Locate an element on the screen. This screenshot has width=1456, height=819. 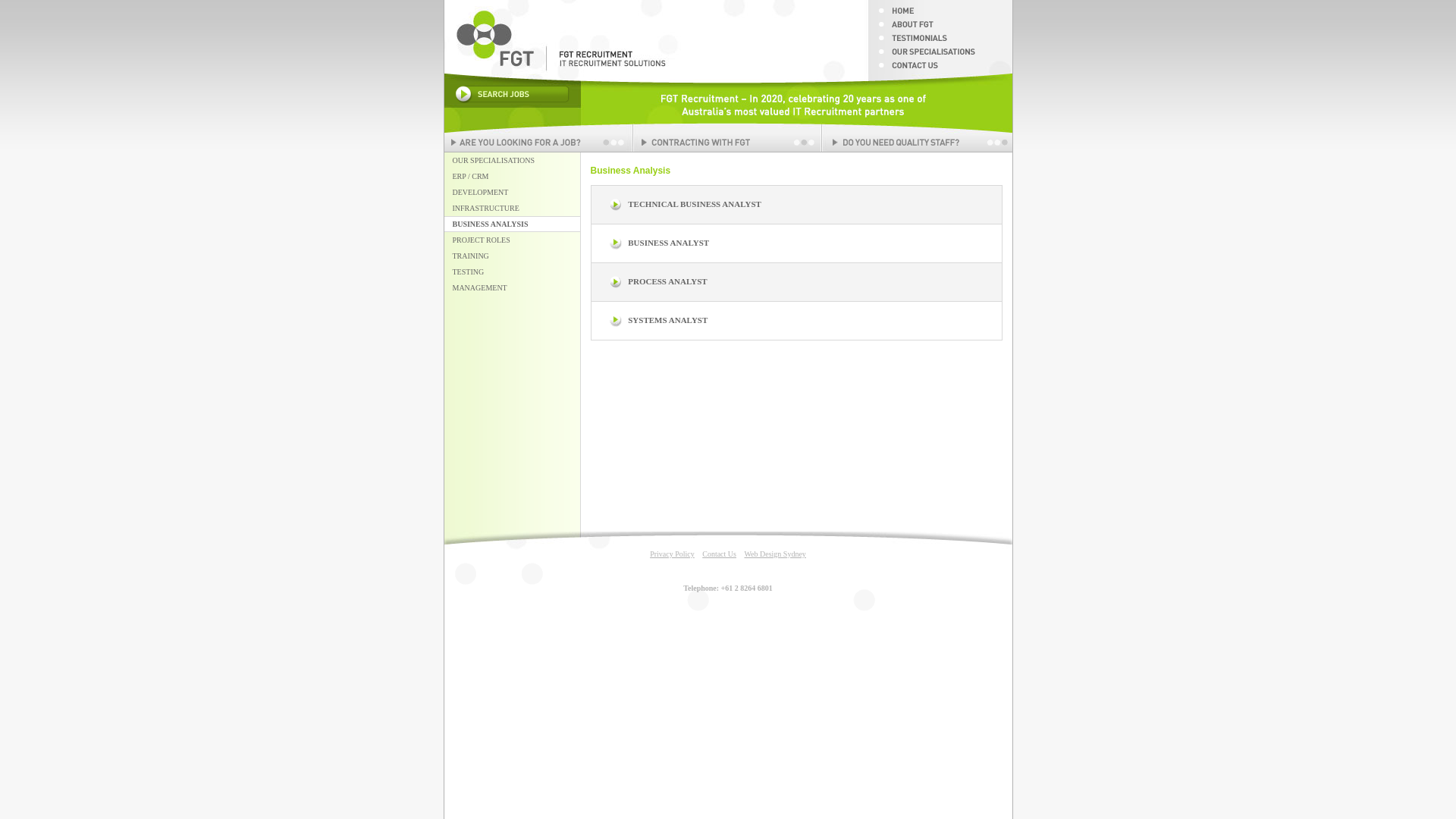
'MANAGEMENT' is located at coordinates (513, 287).